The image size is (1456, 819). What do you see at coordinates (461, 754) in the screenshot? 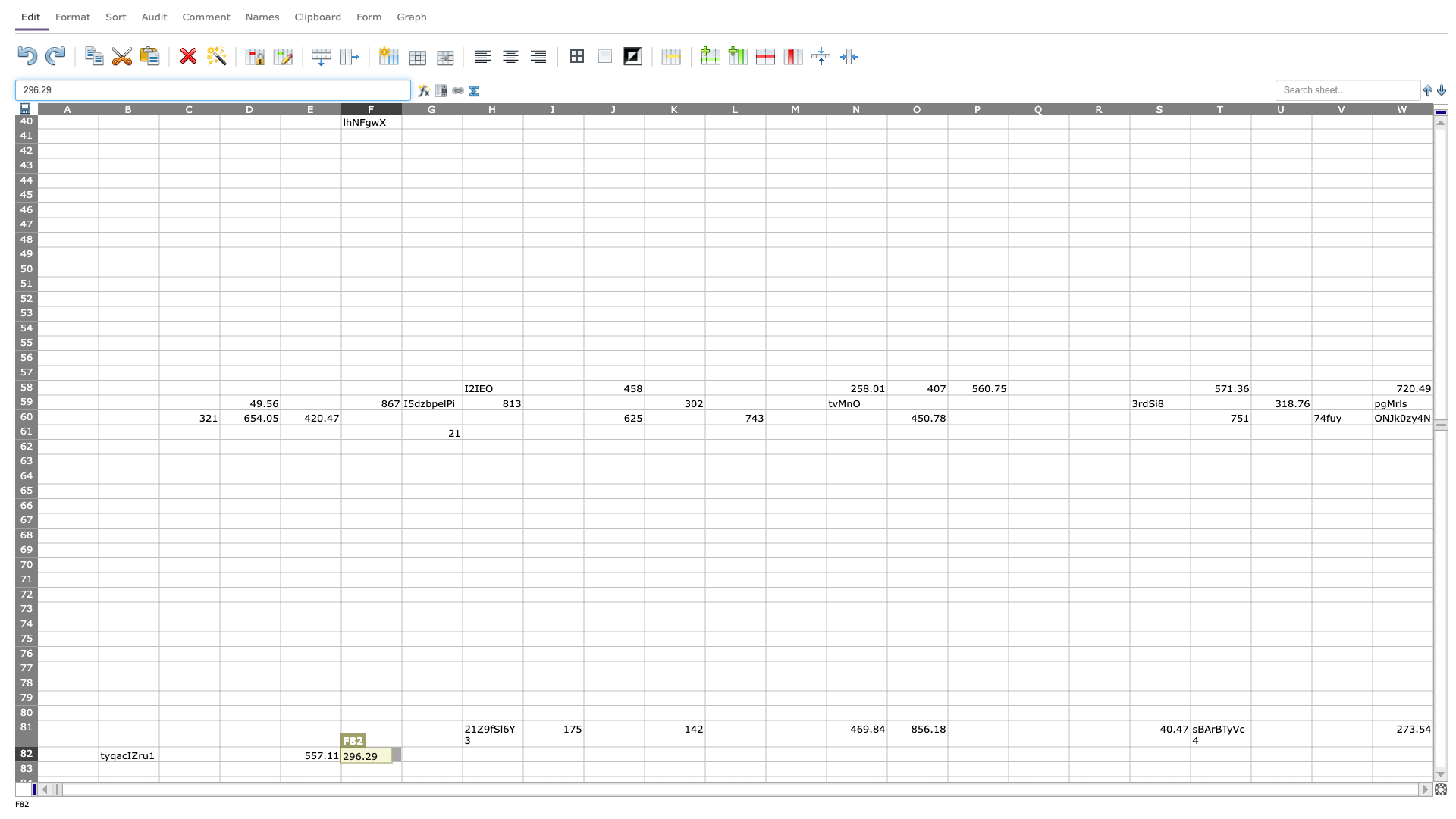
I see `right border of G82` at bounding box center [461, 754].